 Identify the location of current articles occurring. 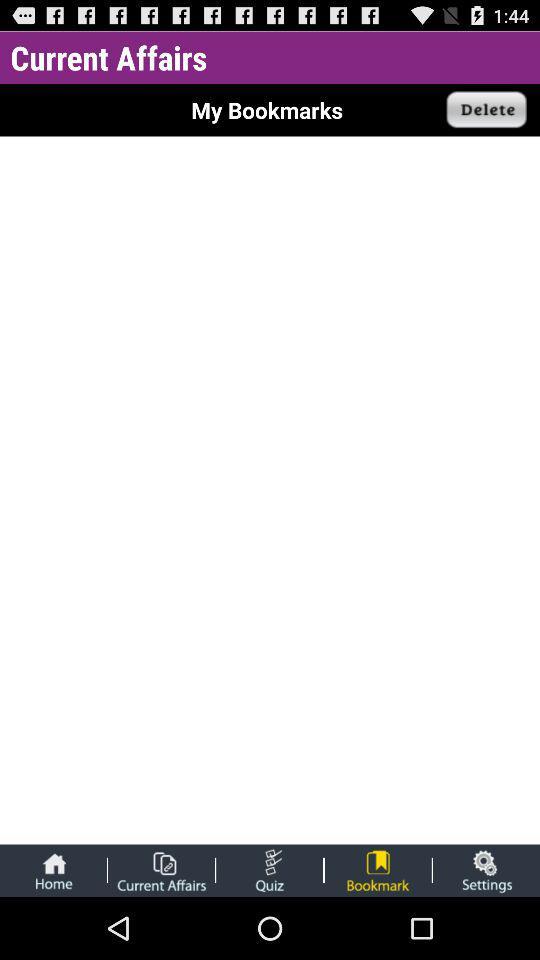
(160, 869).